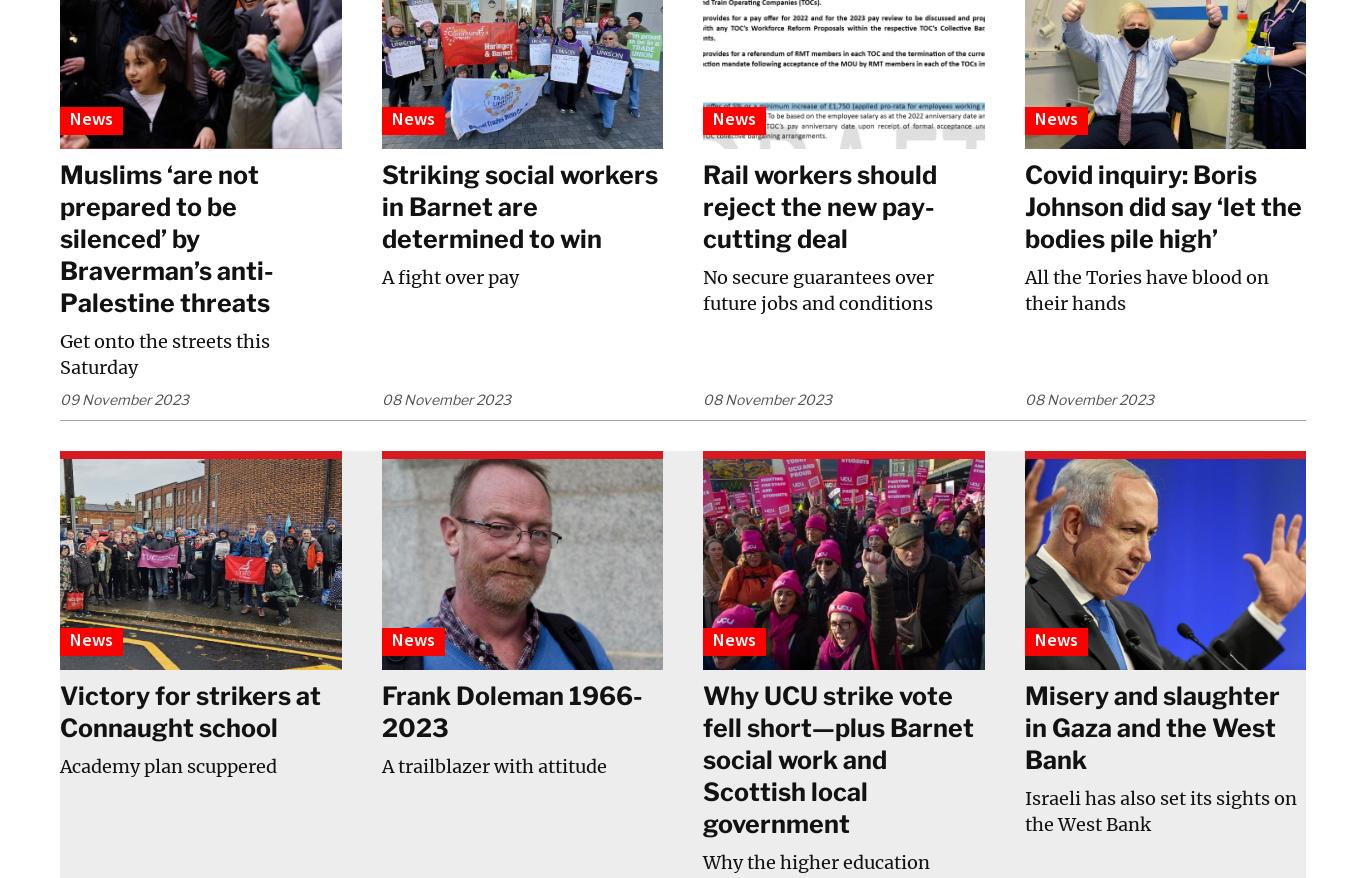 The width and height of the screenshot is (1366, 878). What do you see at coordinates (702, 204) in the screenshot?
I see `'Rail workers should reject the new pay-cutting deal'` at bounding box center [702, 204].